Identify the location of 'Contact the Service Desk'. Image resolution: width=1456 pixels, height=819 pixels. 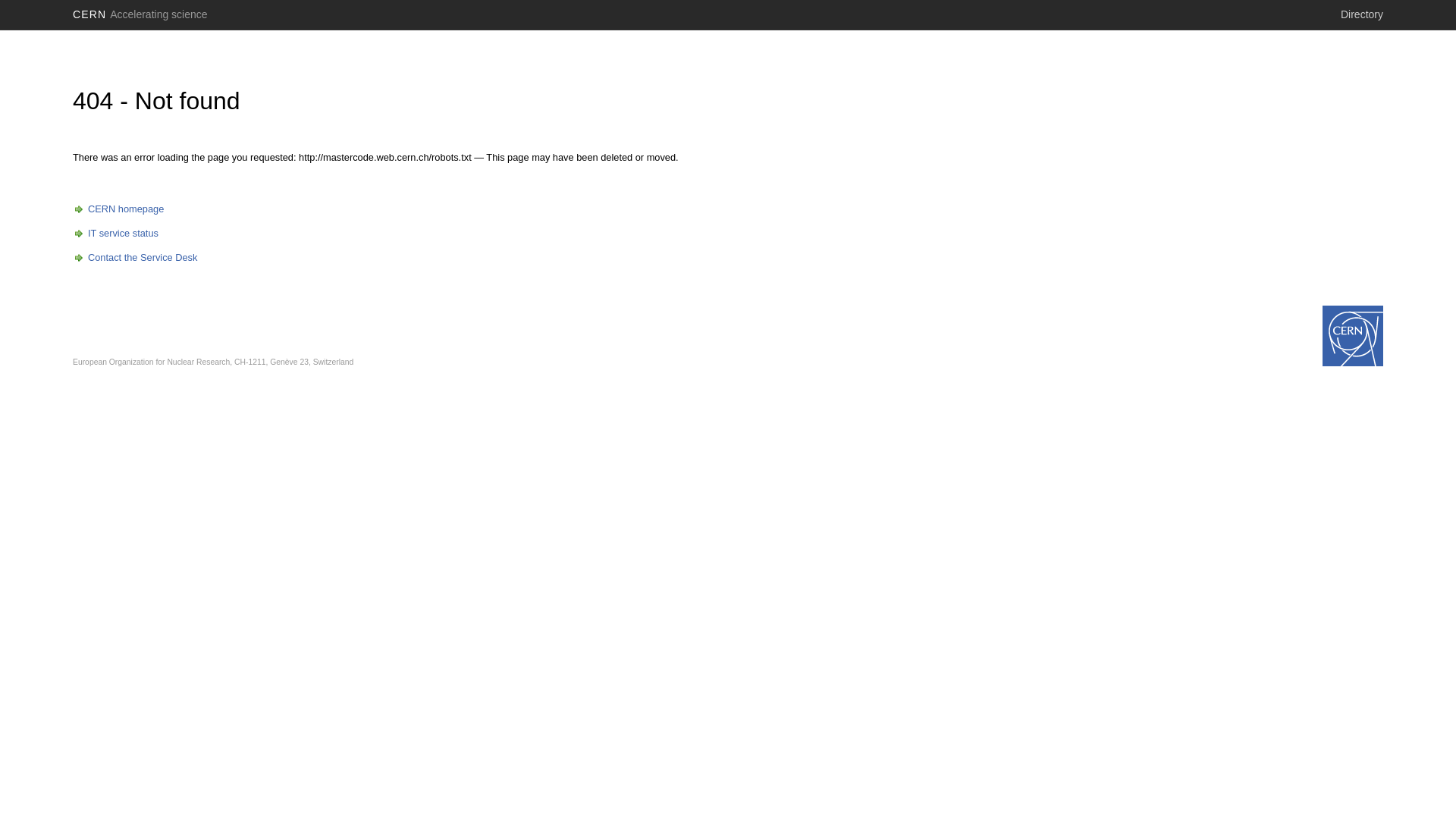
(134, 256).